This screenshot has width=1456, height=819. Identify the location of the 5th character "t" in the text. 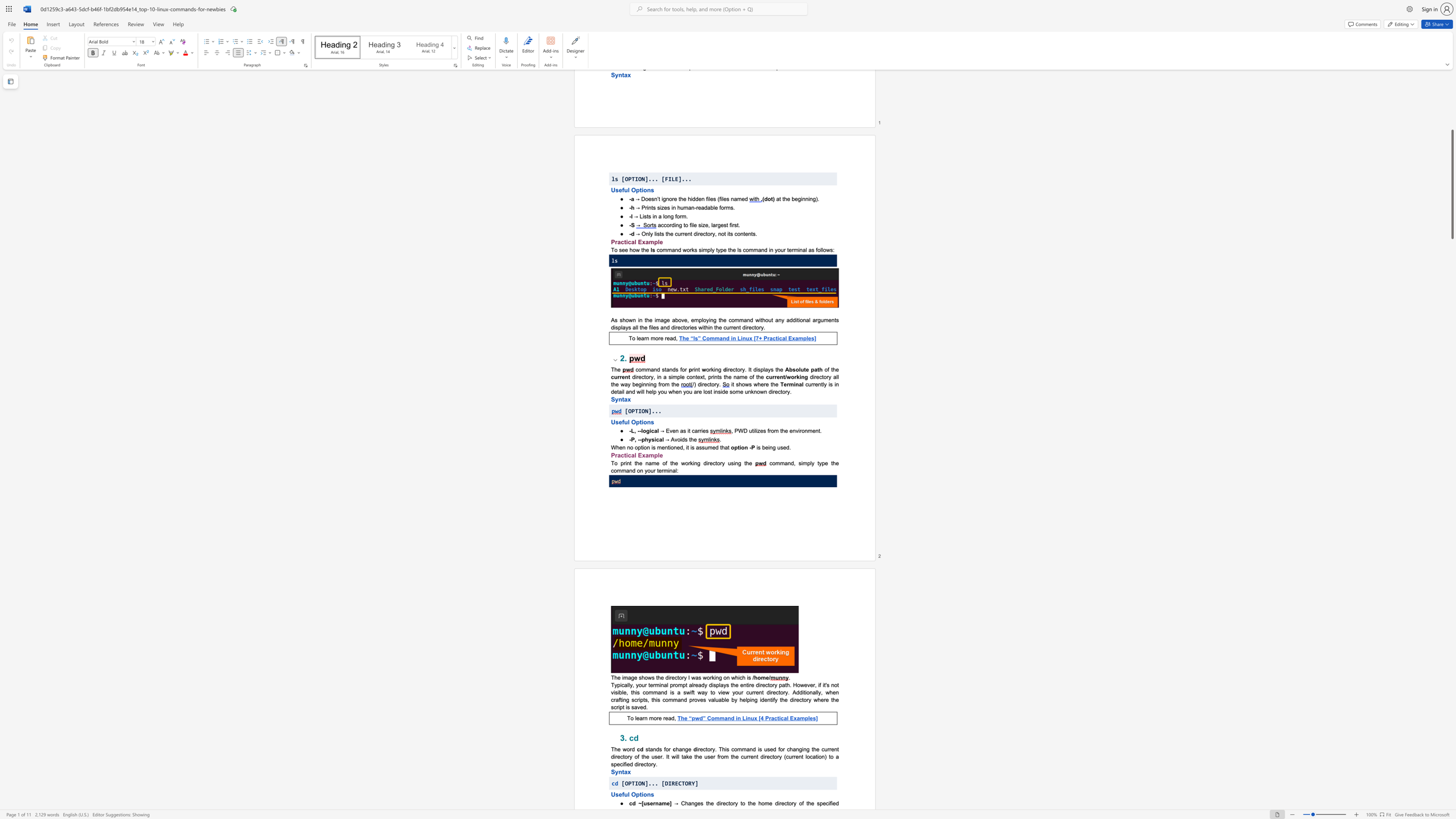
(745, 462).